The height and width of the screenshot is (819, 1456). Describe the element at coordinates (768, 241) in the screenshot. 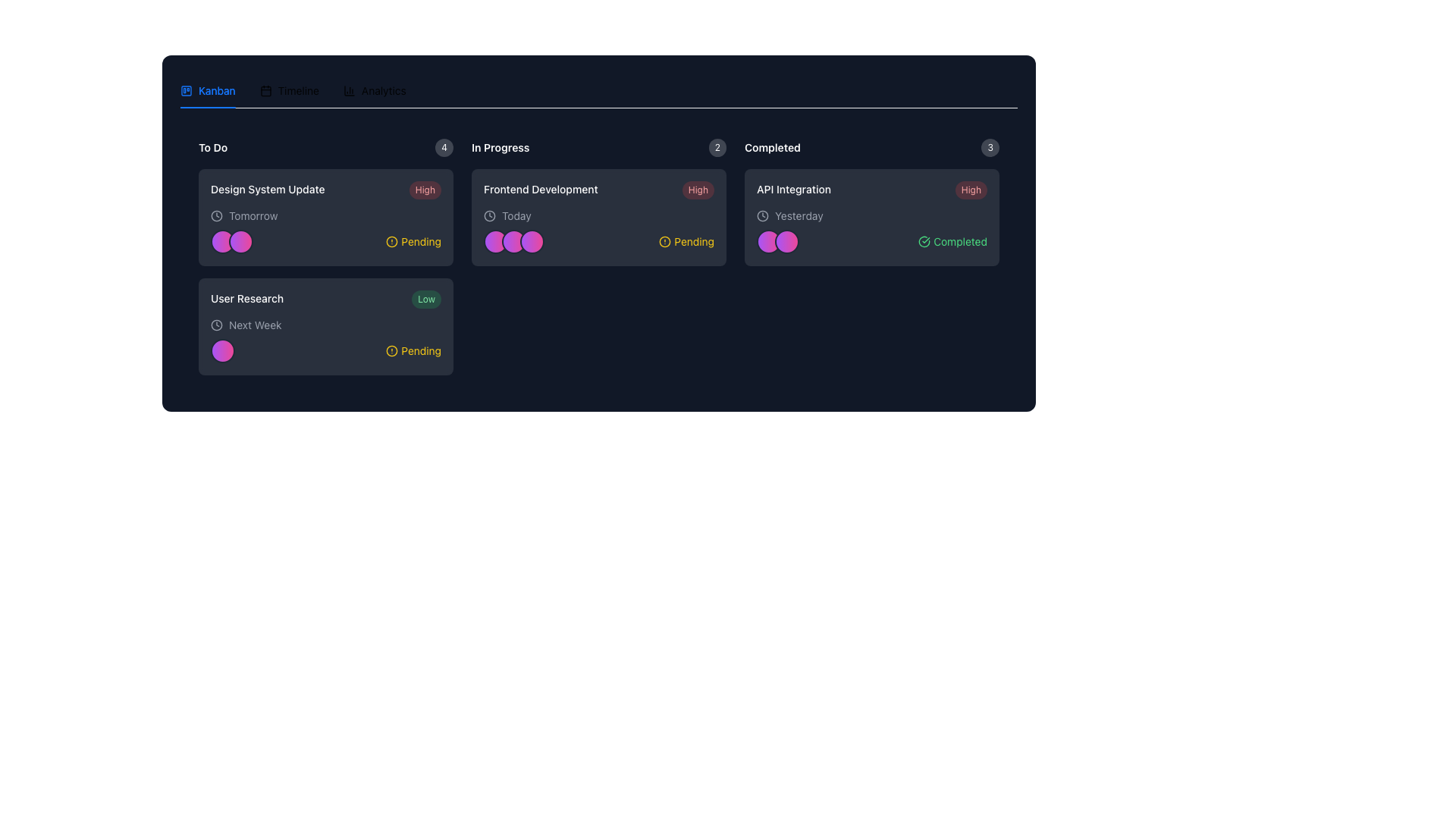

I see `the leftmost circular avatar marker in the 'Completed' section under the 'API Integration' task card` at that location.